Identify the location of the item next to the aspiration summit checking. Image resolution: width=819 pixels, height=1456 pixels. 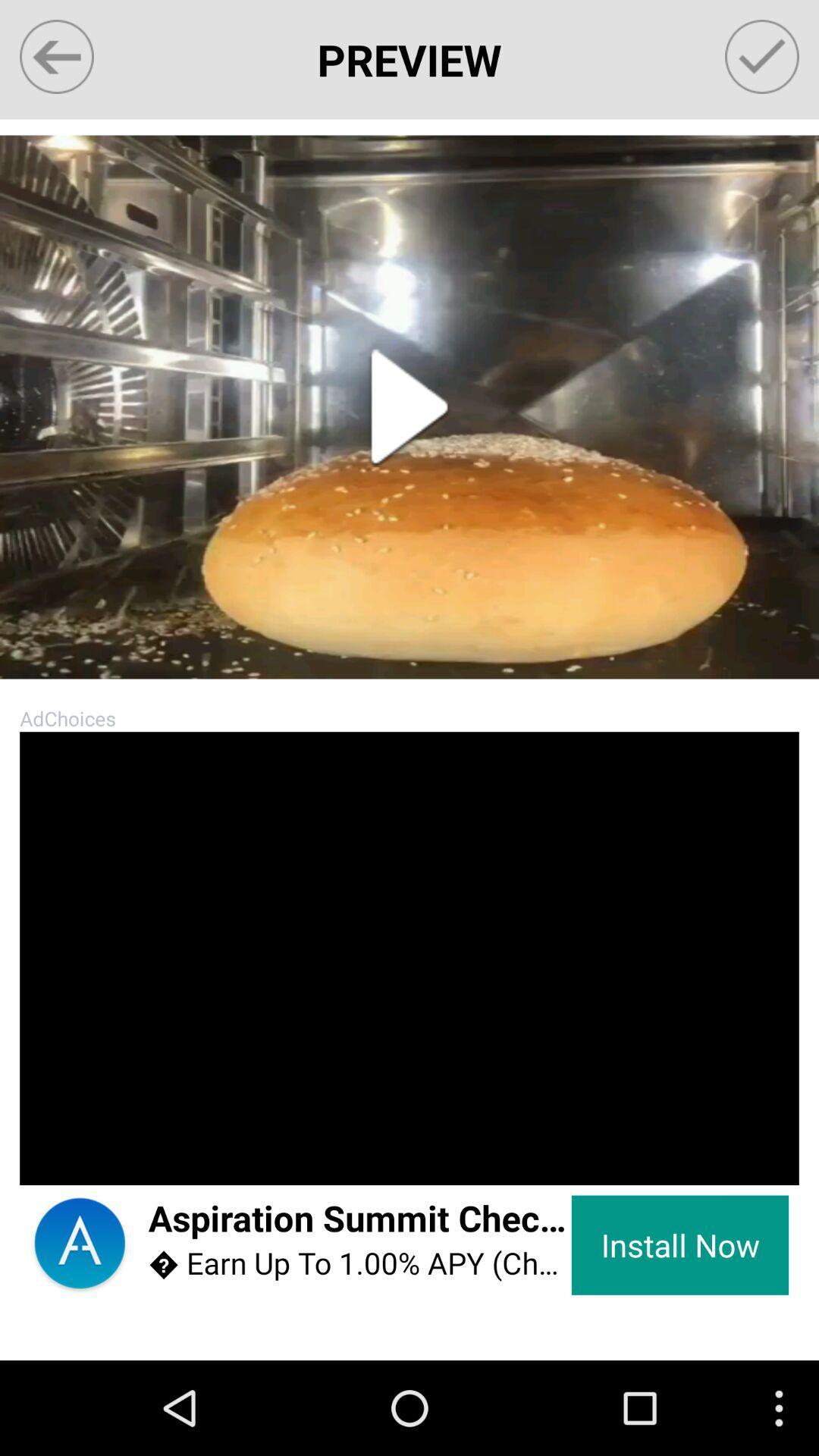
(679, 1245).